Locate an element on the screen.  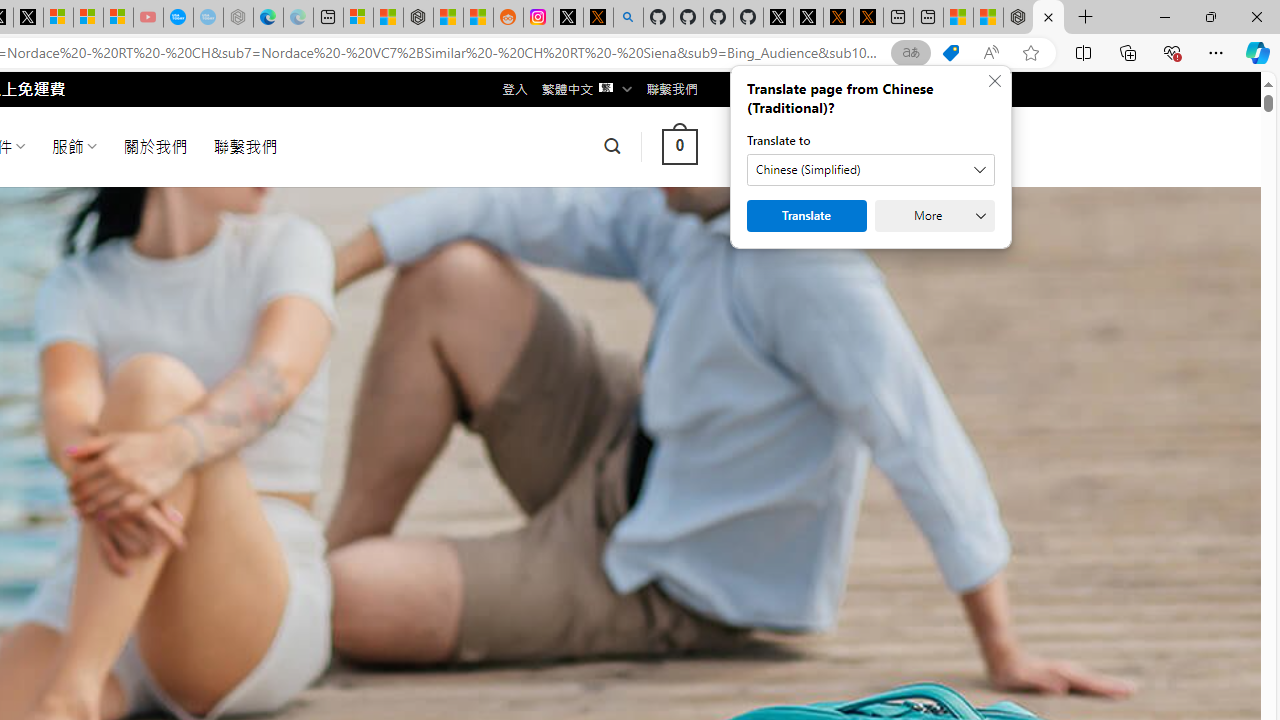
'X Privacy Policy' is located at coordinates (868, 17).